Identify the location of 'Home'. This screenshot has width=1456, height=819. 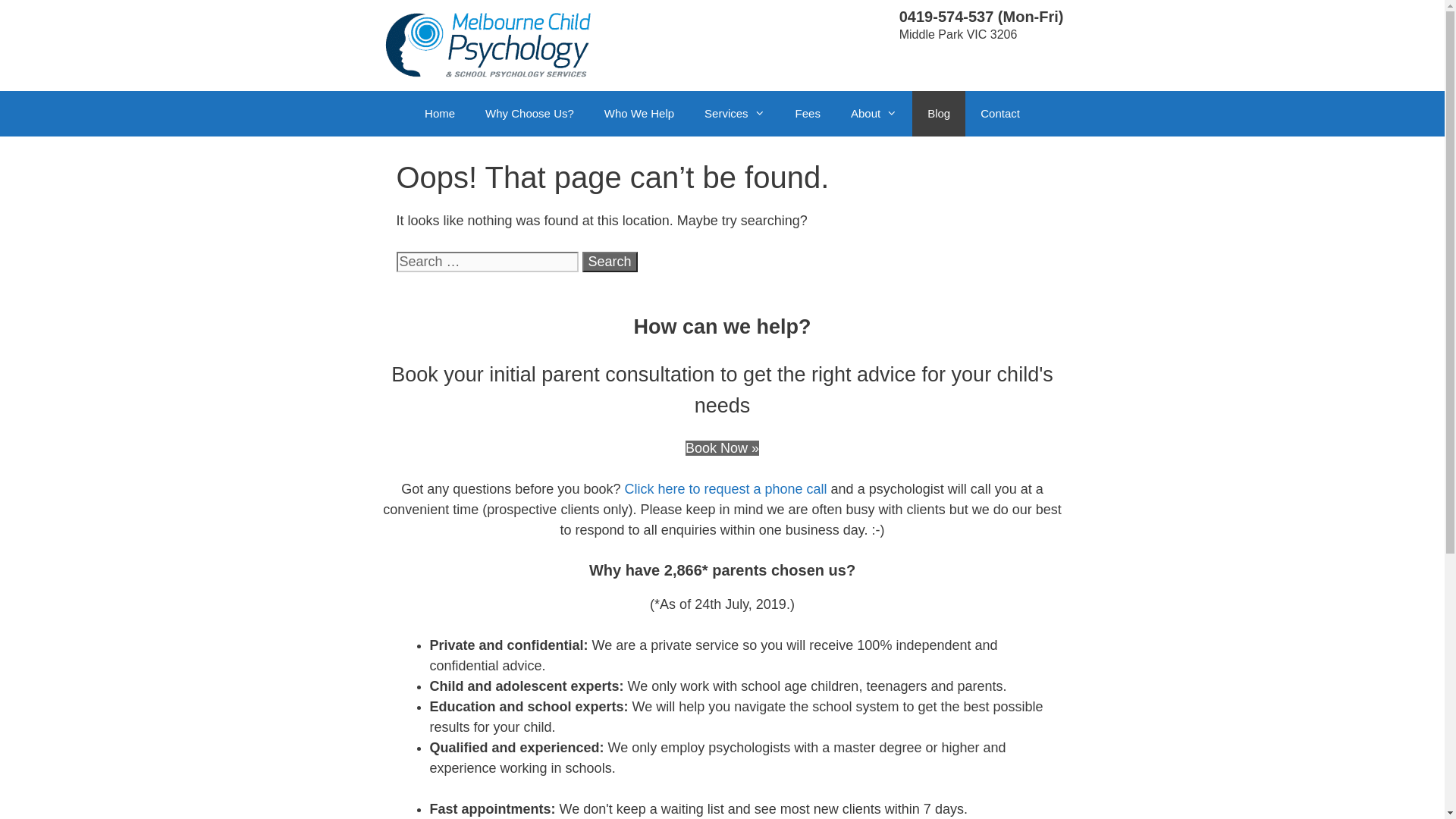
(439, 113).